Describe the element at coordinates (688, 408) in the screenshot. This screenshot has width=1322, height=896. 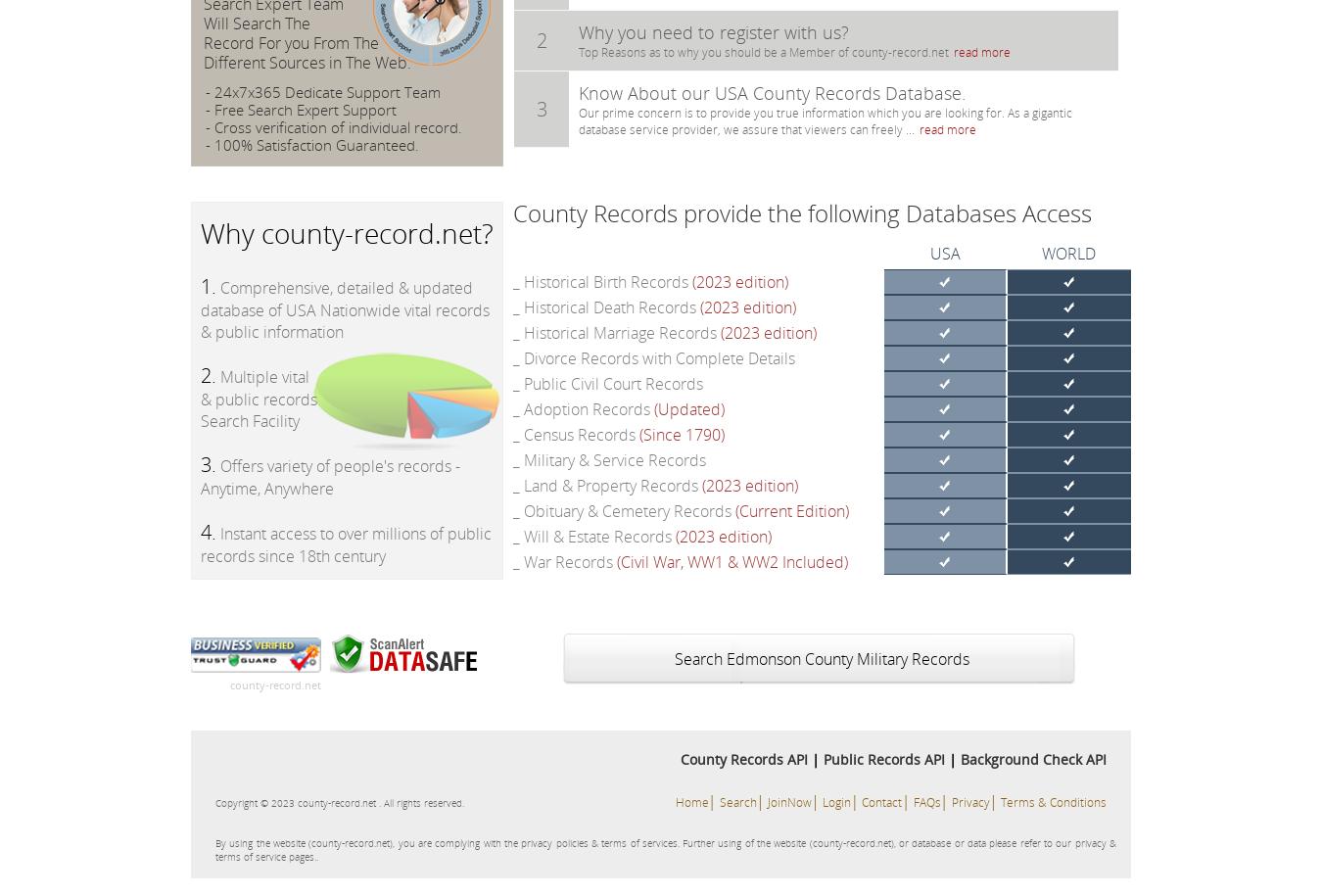
I see `'(Updated)'` at that location.